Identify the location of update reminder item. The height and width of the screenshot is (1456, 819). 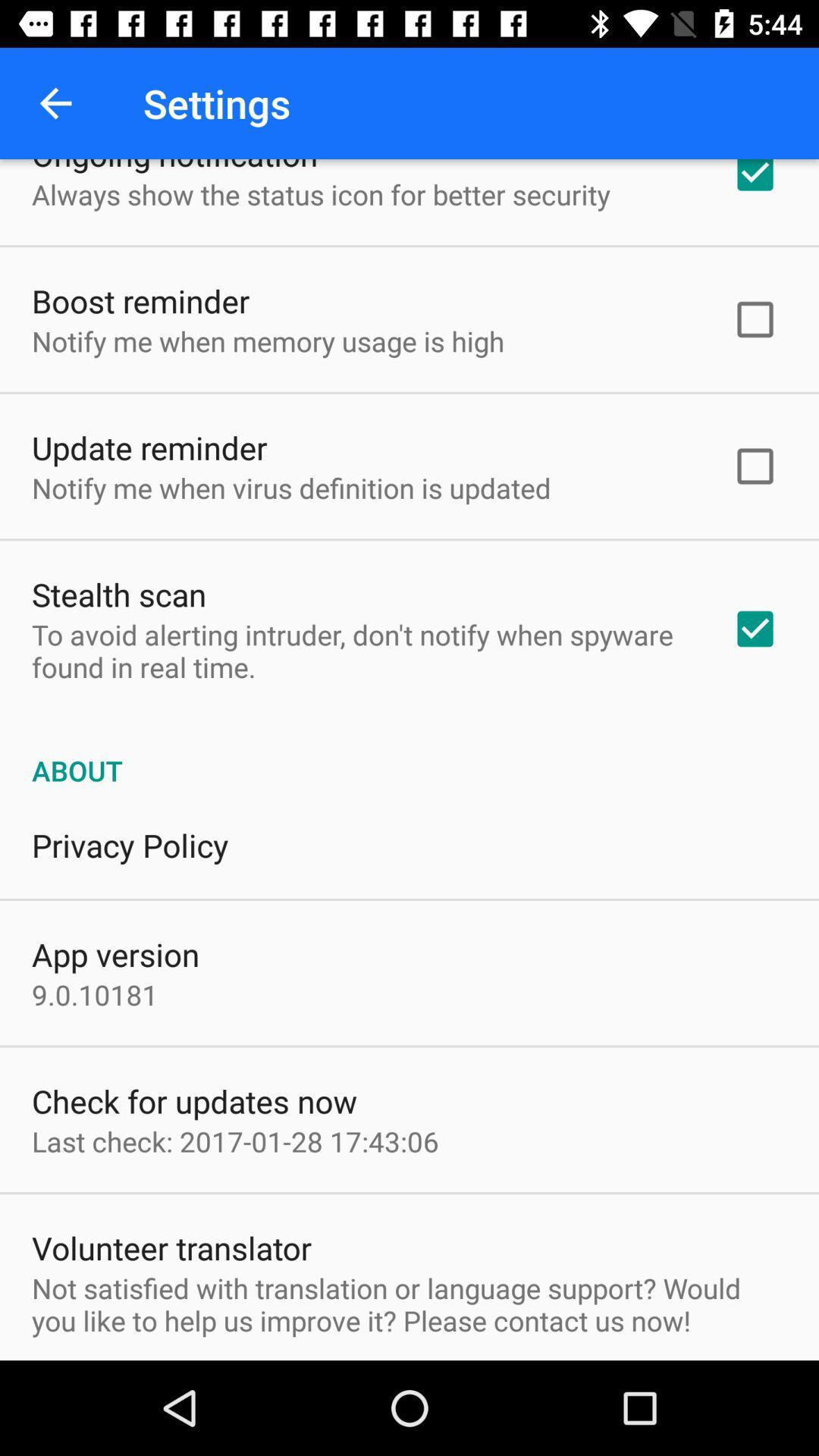
(149, 447).